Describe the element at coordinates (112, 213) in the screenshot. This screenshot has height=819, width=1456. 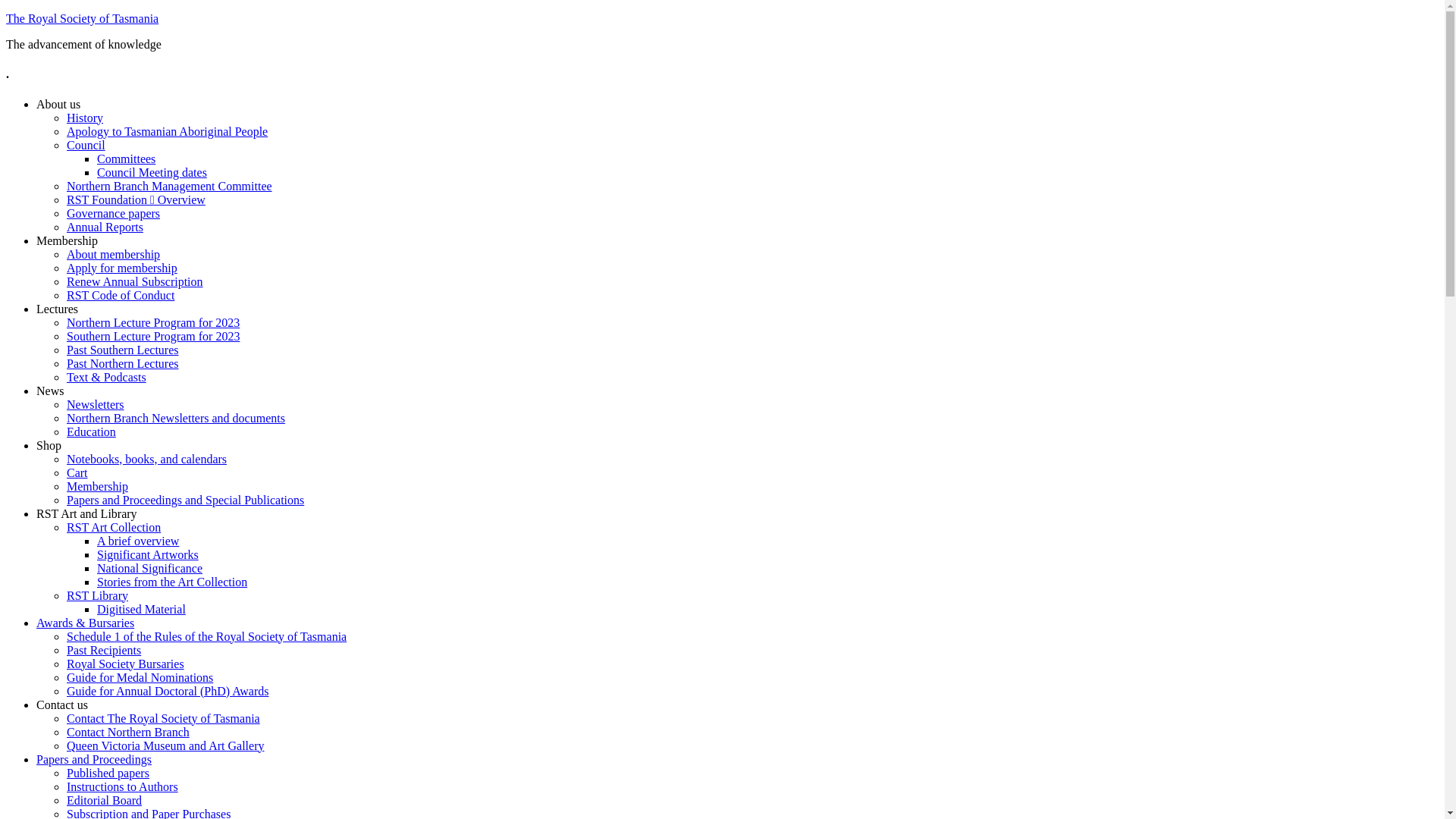
I see `'Governance papers'` at that location.